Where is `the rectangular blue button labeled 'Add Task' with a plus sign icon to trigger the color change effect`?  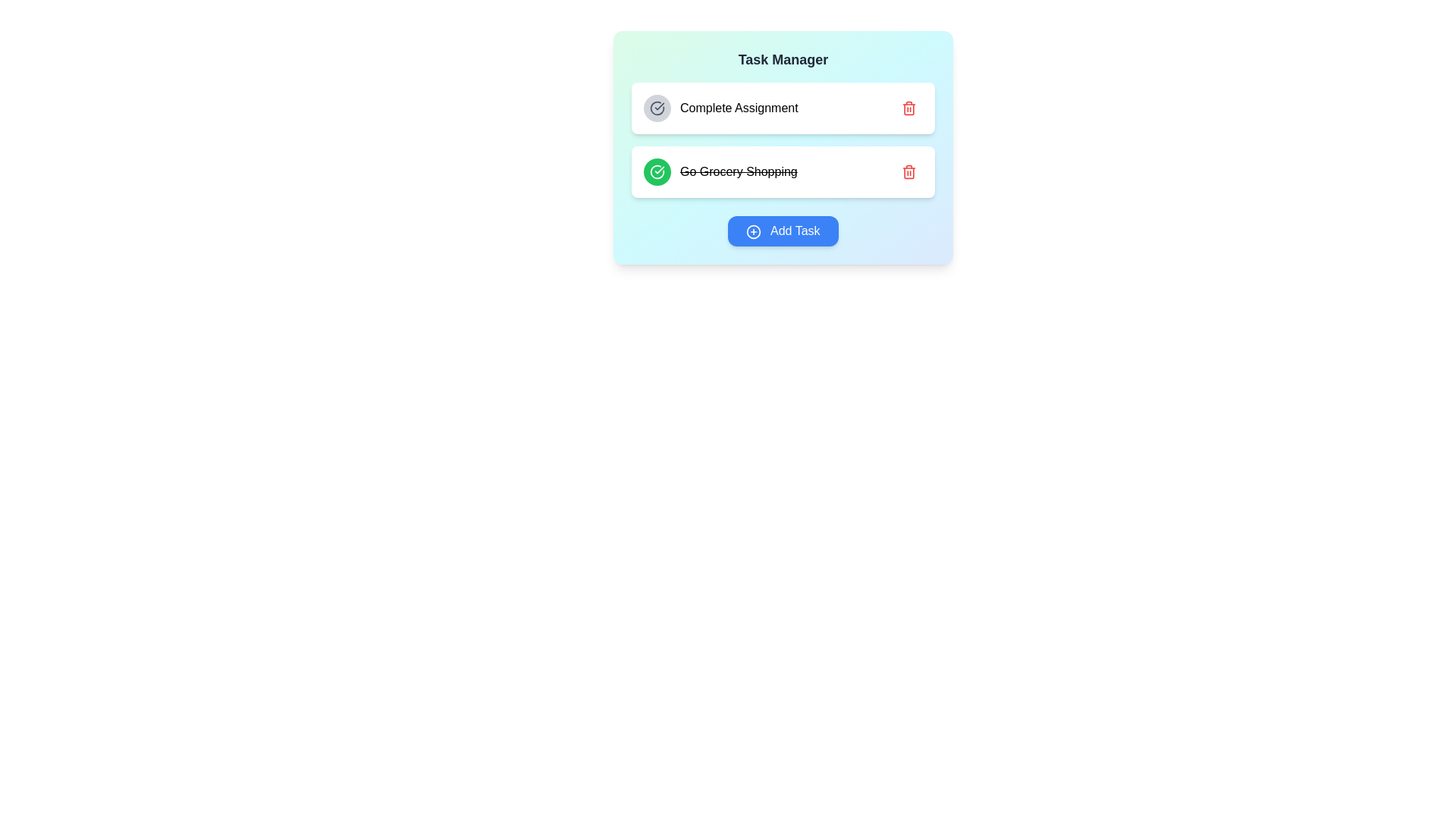 the rectangular blue button labeled 'Add Task' with a plus sign icon to trigger the color change effect is located at coordinates (783, 231).